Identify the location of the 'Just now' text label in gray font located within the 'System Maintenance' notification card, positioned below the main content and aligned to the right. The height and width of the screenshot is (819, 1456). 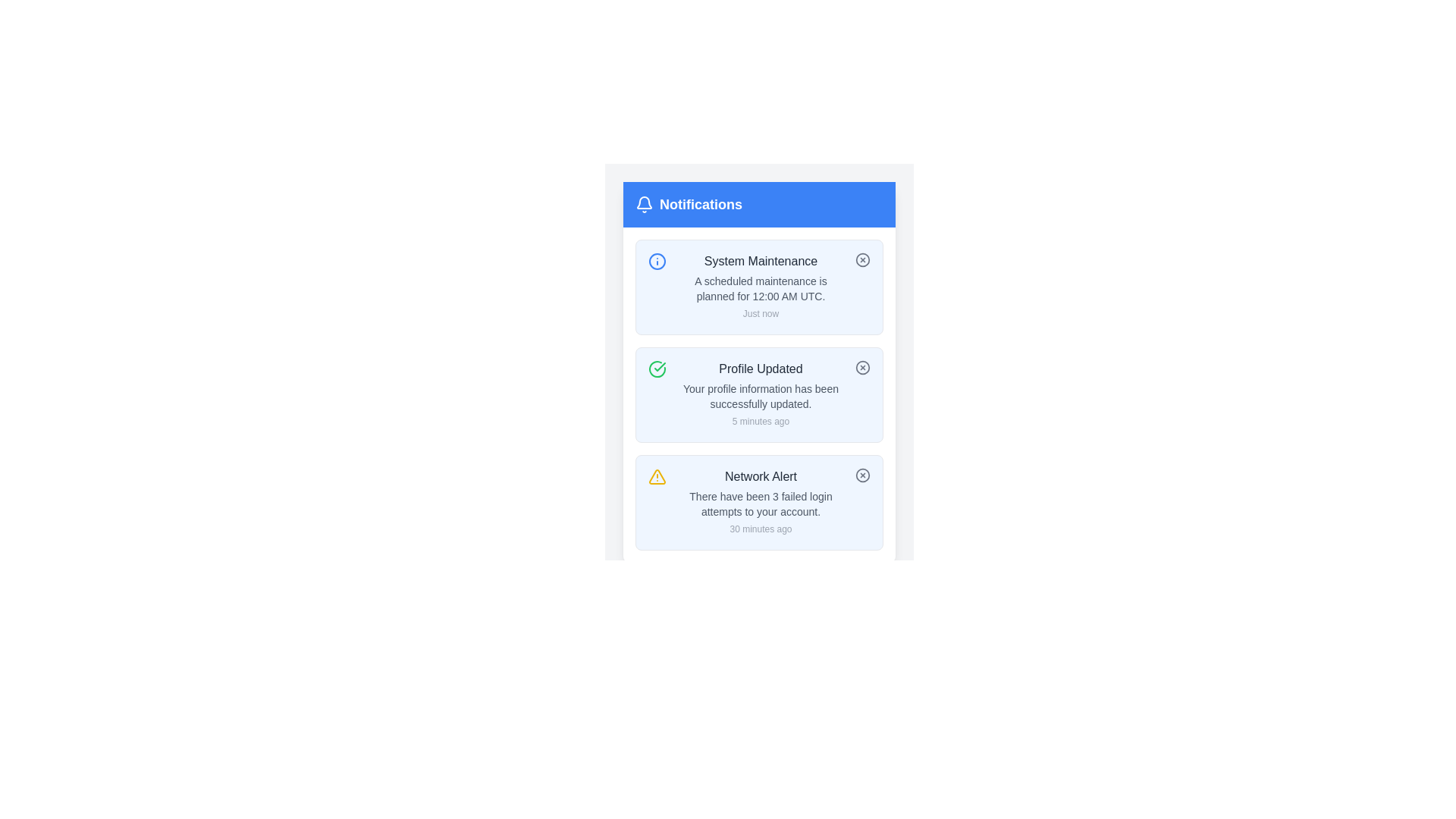
(761, 312).